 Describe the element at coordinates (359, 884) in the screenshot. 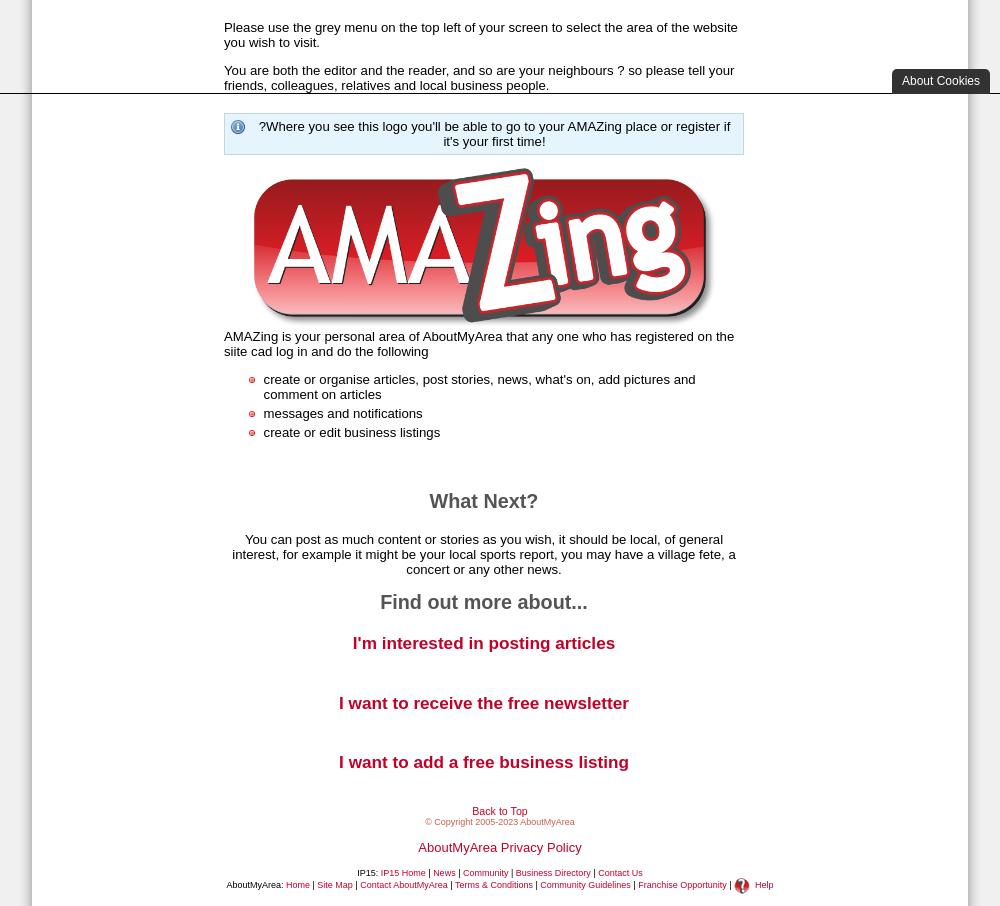

I see `'Contact AboutMyArea'` at that location.